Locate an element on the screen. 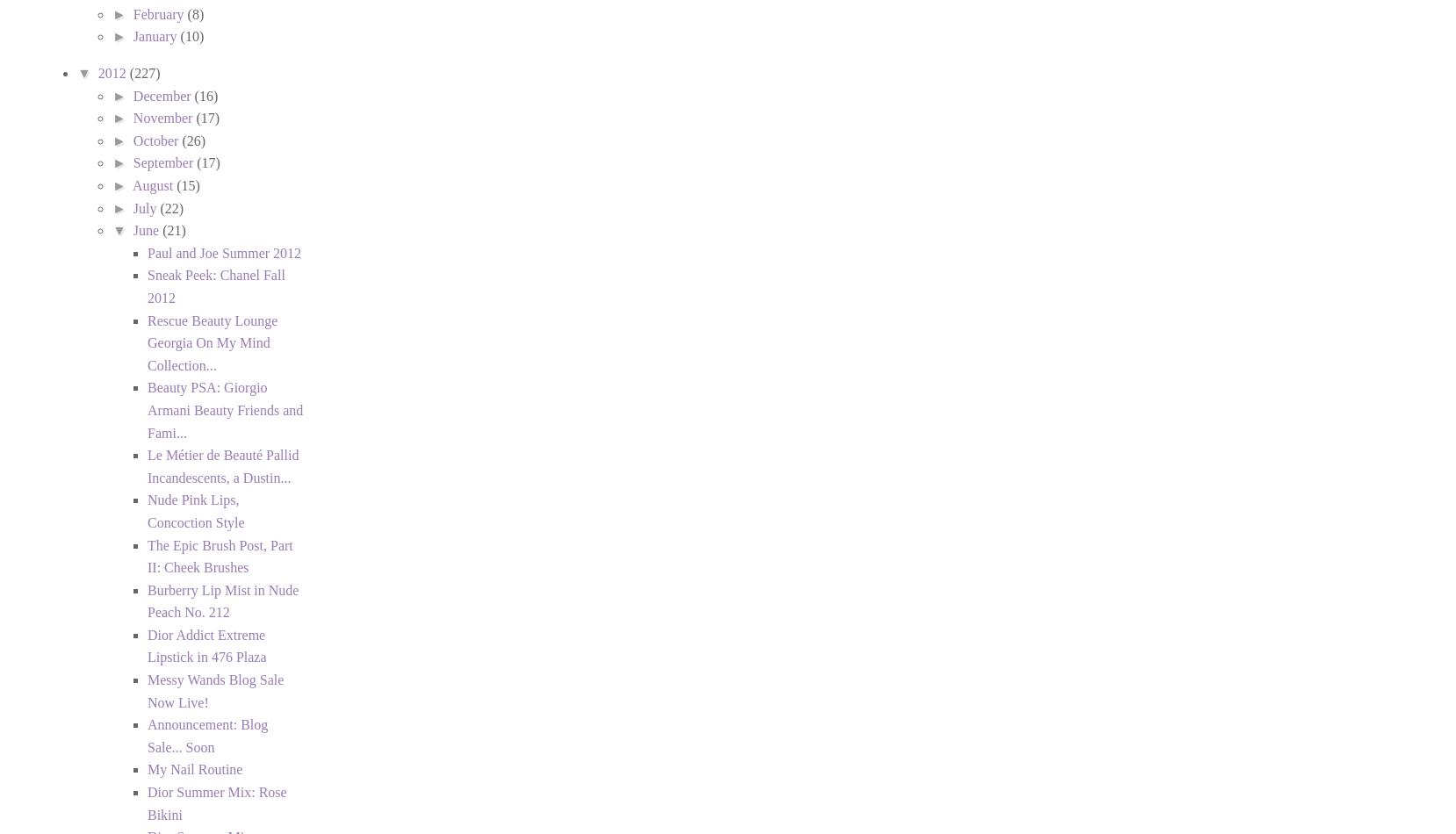 The width and height of the screenshot is (1456, 834). '(15)' is located at coordinates (188, 185).